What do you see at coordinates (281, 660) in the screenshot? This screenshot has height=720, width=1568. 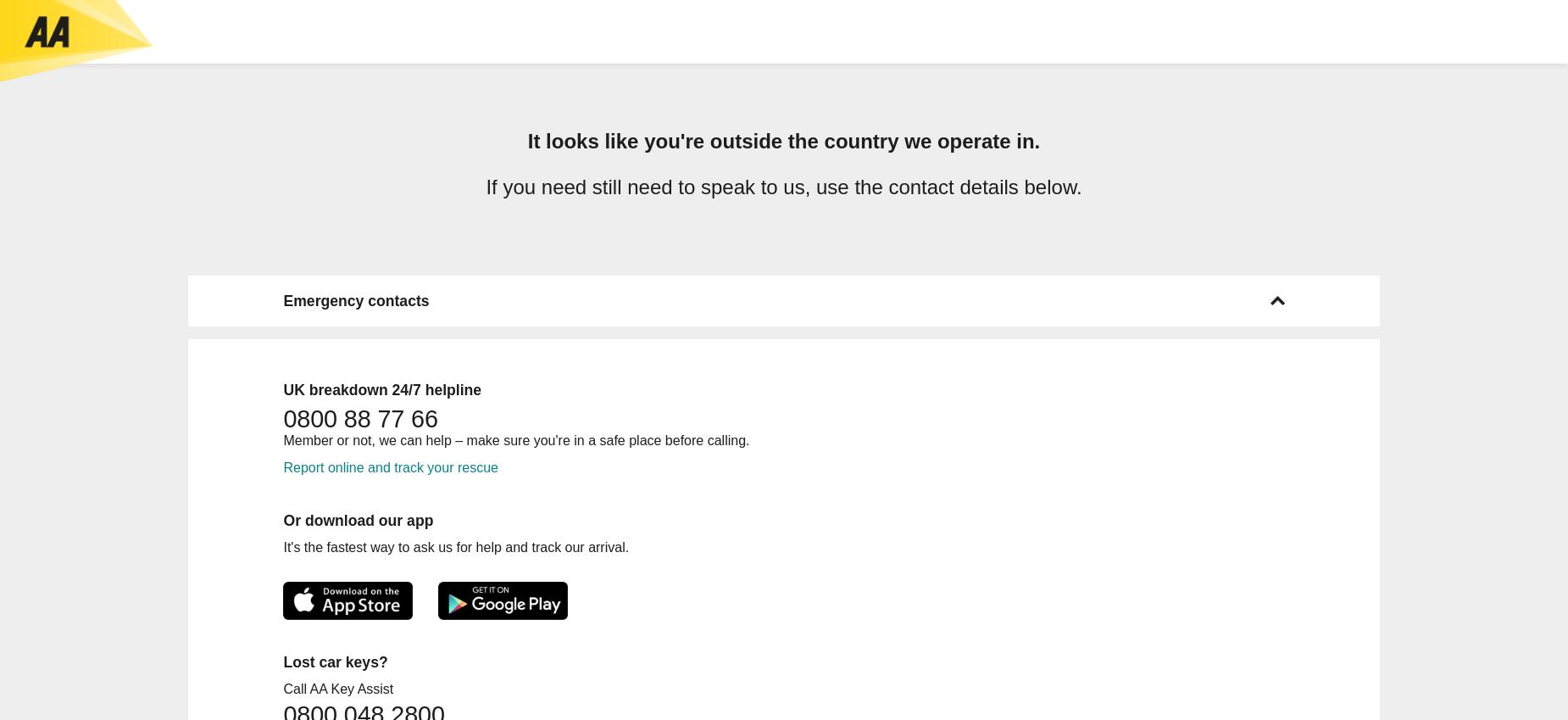 I see `'Lost car keys?'` at bounding box center [281, 660].